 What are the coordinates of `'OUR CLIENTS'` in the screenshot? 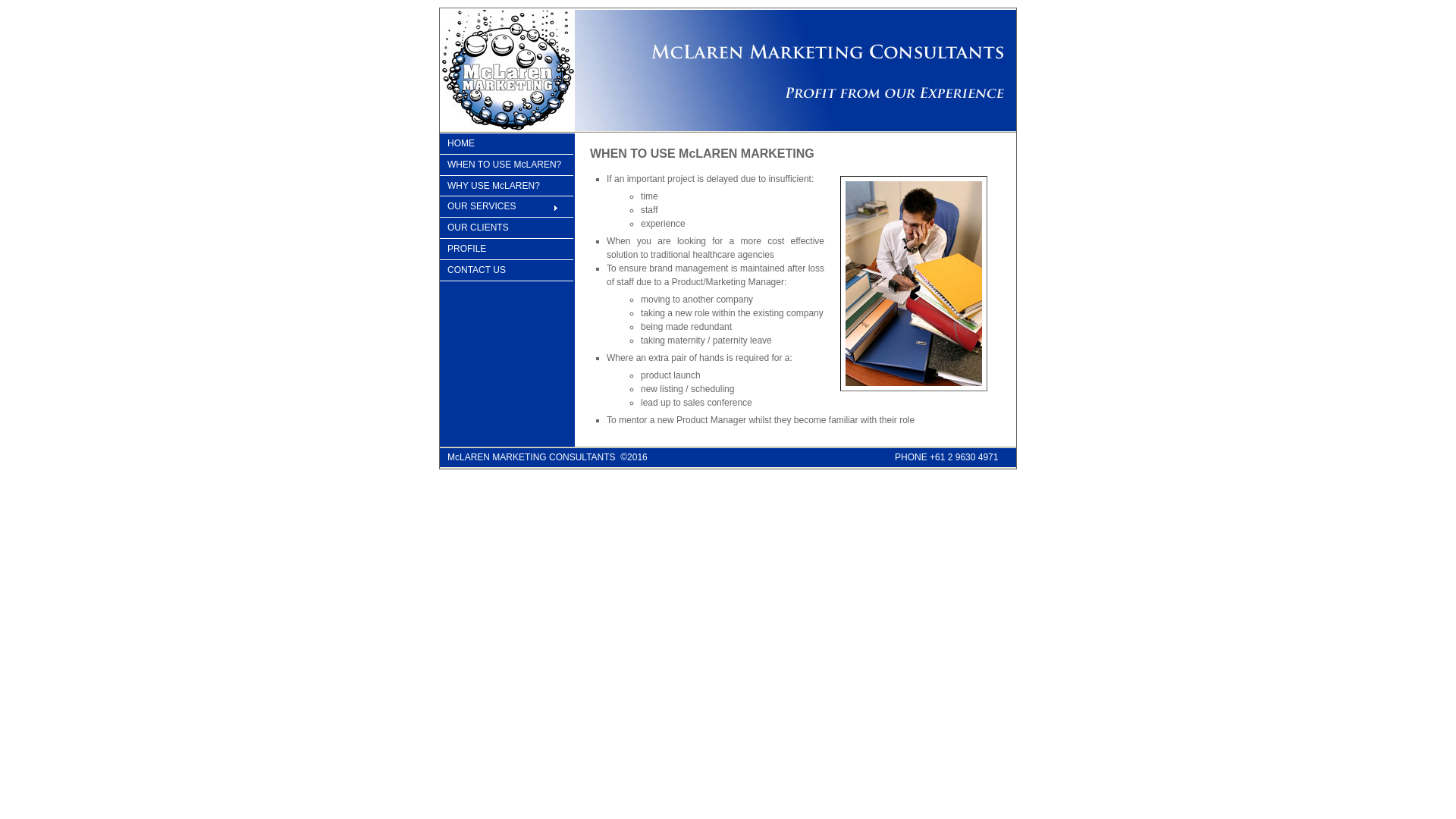 It's located at (439, 227).